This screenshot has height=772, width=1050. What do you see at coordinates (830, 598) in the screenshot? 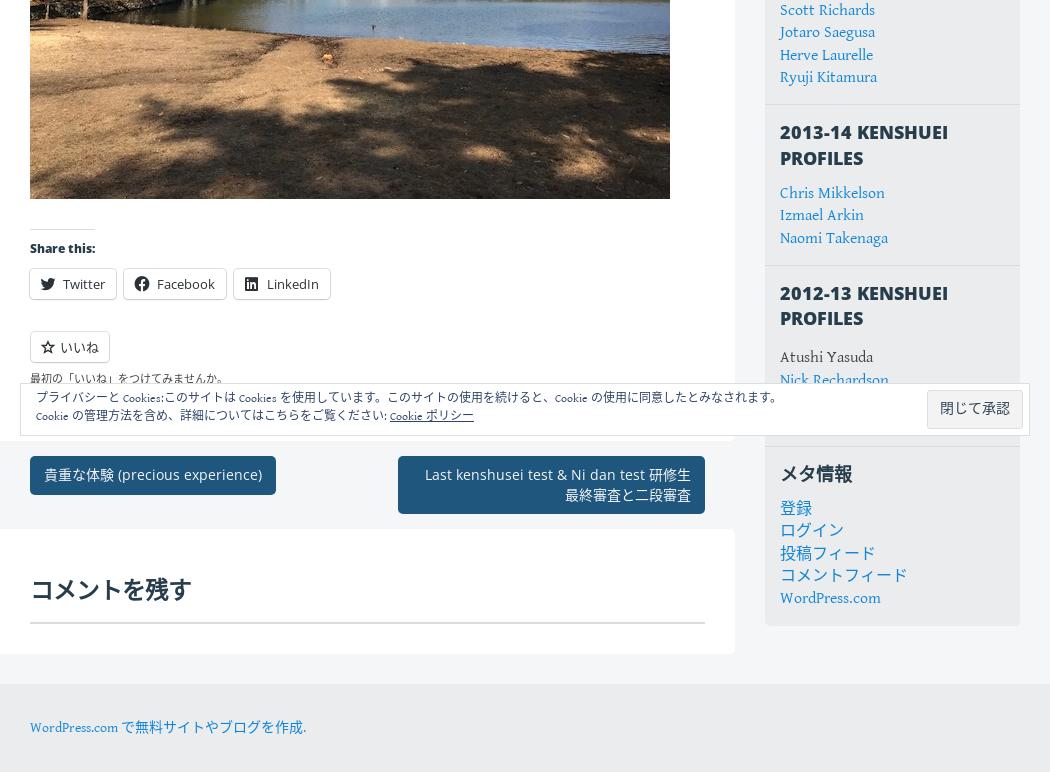
I see `'WordPress.com'` at bounding box center [830, 598].